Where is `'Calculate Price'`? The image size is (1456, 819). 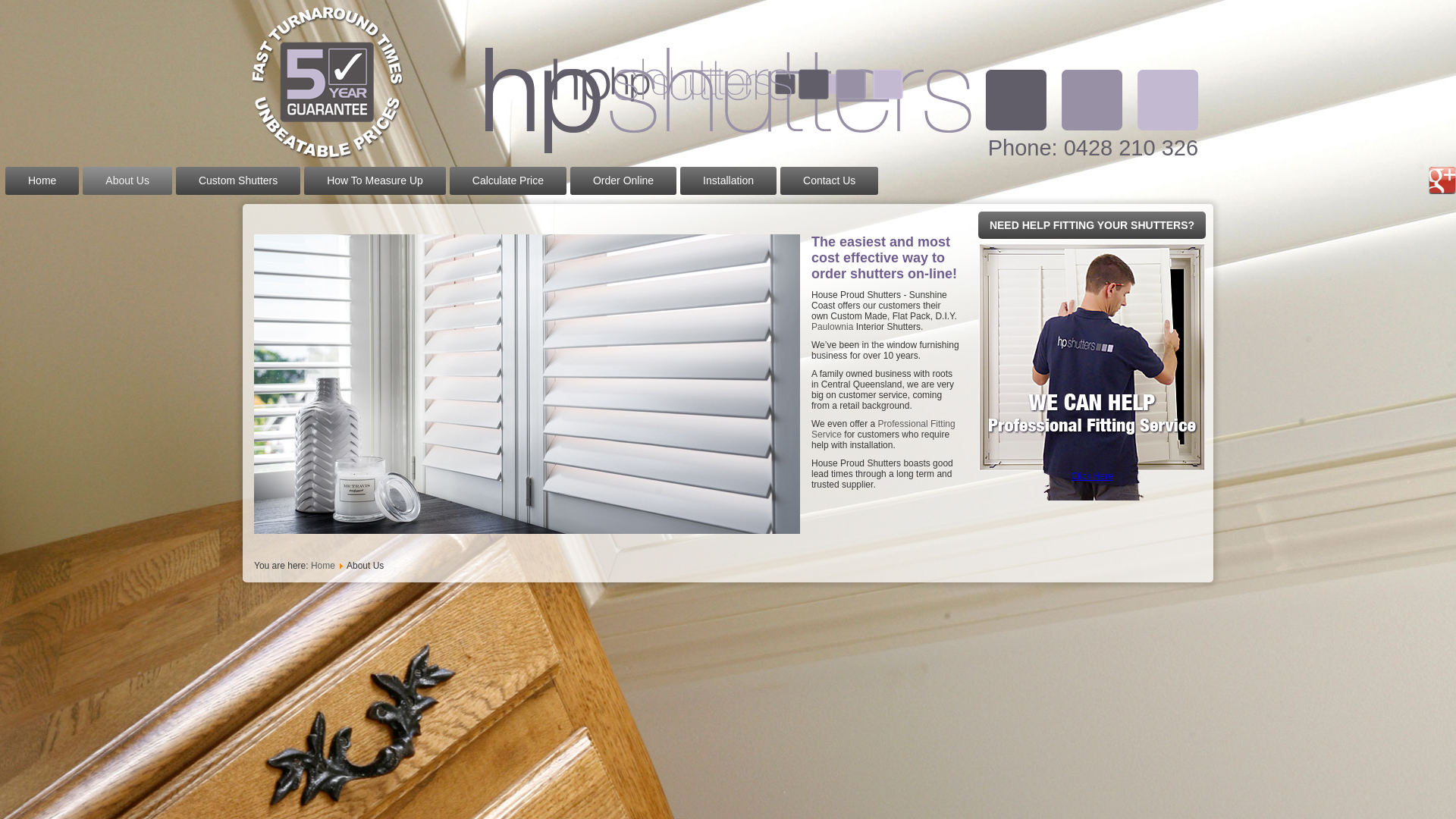 'Calculate Price' is located at coordinates (508, 180).